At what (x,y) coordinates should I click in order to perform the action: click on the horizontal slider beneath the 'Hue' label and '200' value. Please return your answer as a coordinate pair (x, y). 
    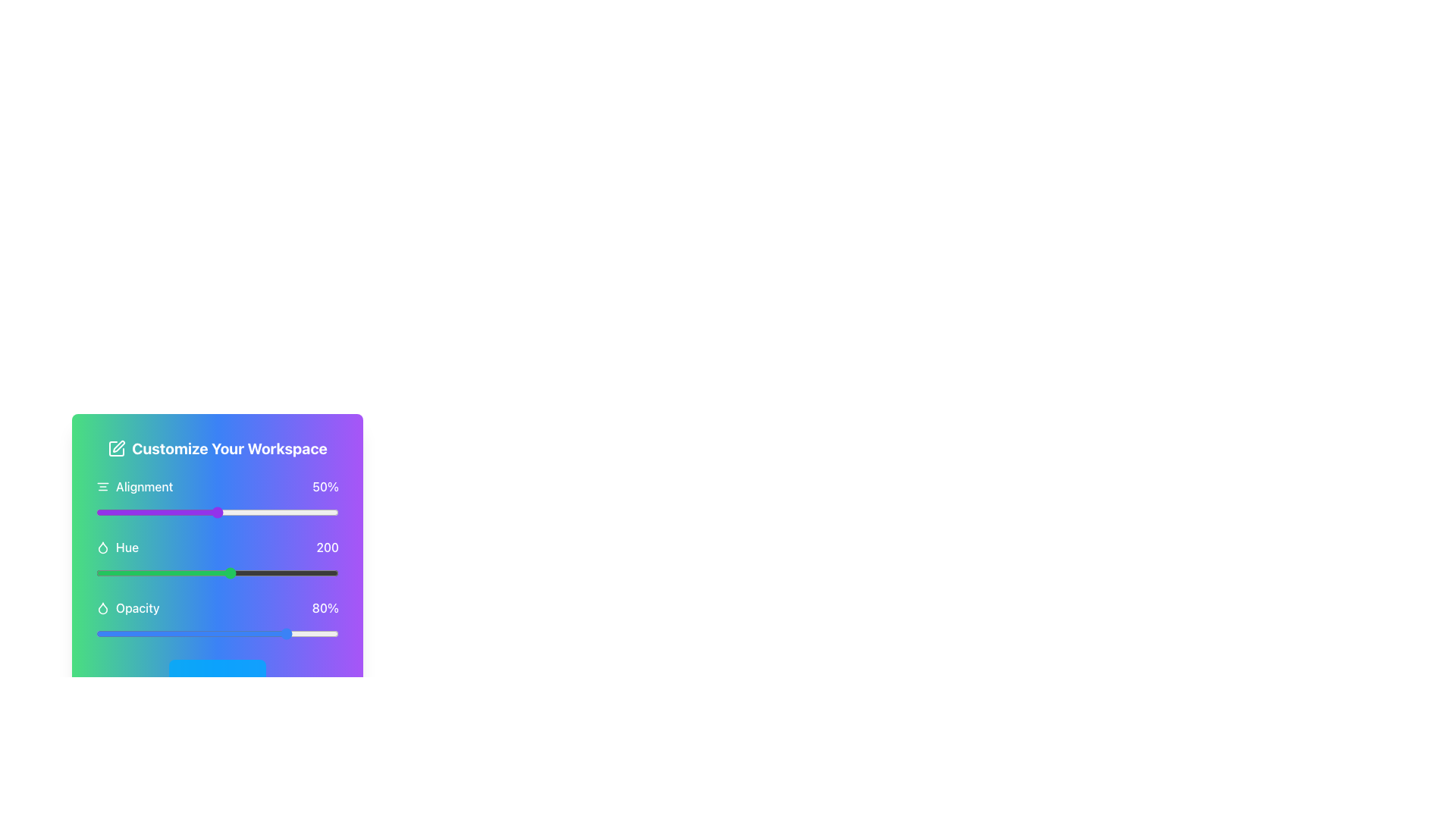
    Looking at the image, I should click on (217, 573).